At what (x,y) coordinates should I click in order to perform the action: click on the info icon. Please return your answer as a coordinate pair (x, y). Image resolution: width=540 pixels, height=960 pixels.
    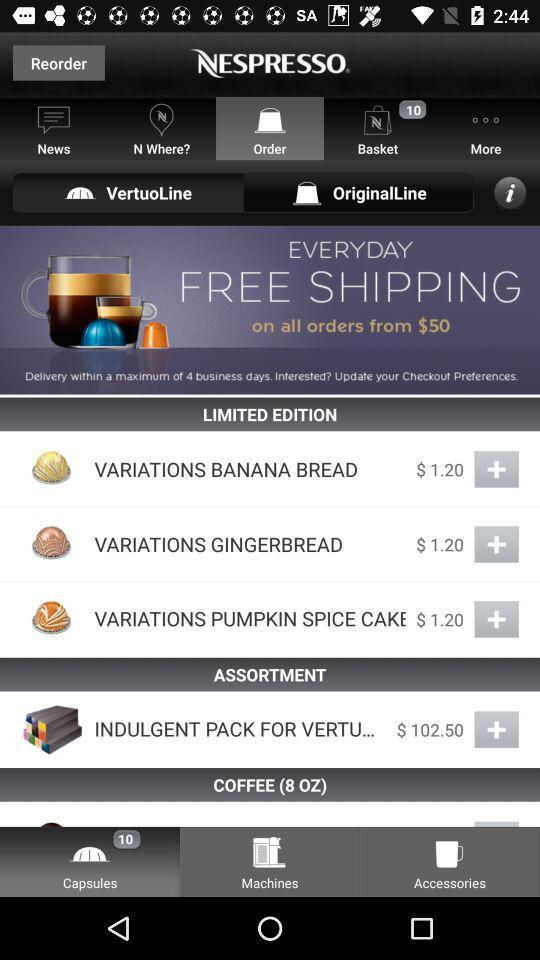
    Looking at the image, I should click on (510, 192).